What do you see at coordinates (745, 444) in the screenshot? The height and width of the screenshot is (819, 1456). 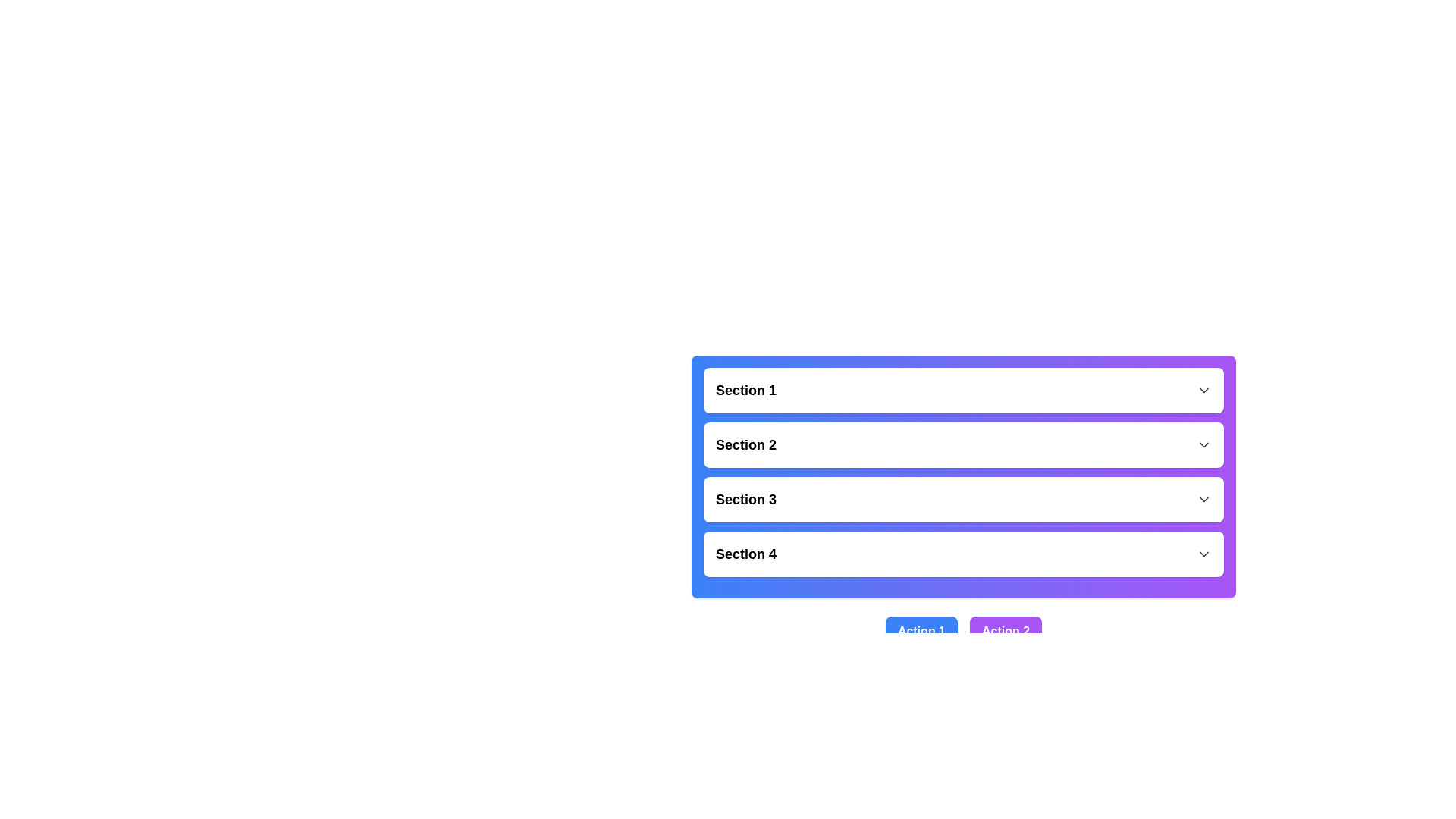 I see `the Text label that serves as the title for the second section of the listed interface, positioned to the left of the chevron-down icon` at bounding box center [745, 444].